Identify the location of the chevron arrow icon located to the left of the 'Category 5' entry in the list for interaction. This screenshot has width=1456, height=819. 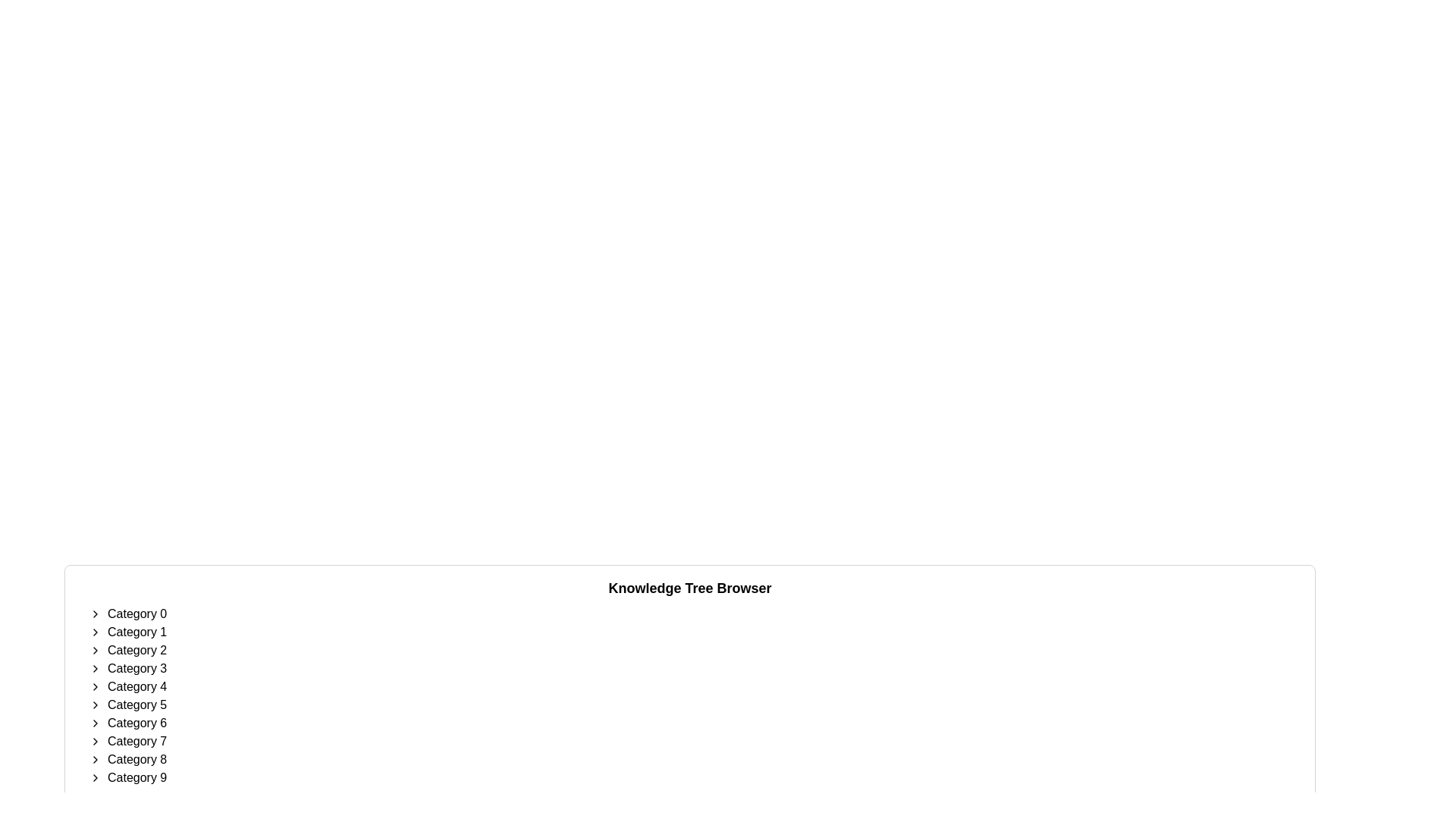
(94, 704).